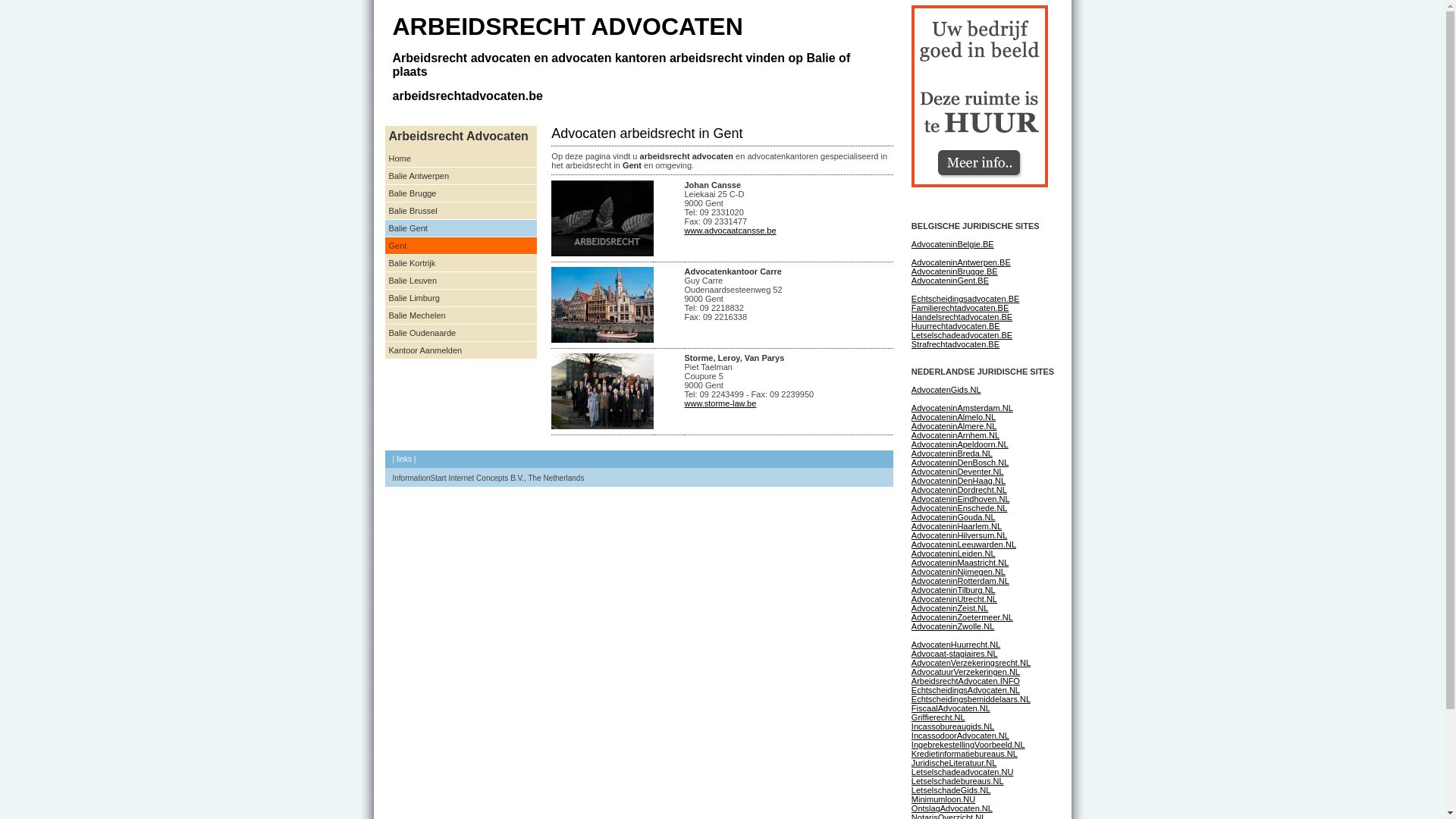 The height and width of the screenshot is (819, 1456). Describe the element at coordinates (955, 526) in the screenshot. I see `'AdvocateninHaarlem.NL'` at that location.